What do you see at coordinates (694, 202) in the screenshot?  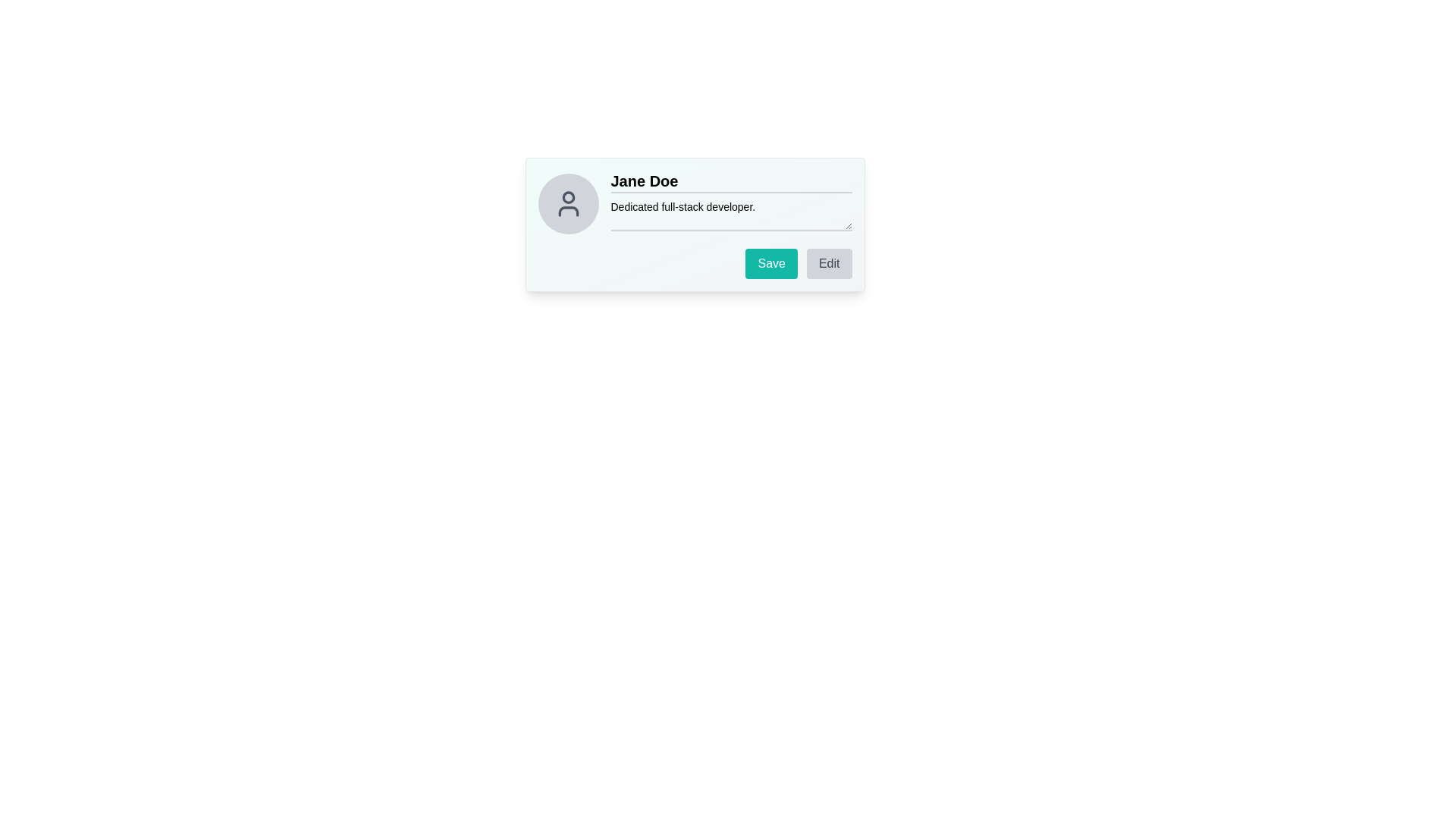 I see `the static text block that states 'Dedicated full-stack developer.' located beneath the name 'Jane Doe' in the user profile card` at bounding box center [694, 202].